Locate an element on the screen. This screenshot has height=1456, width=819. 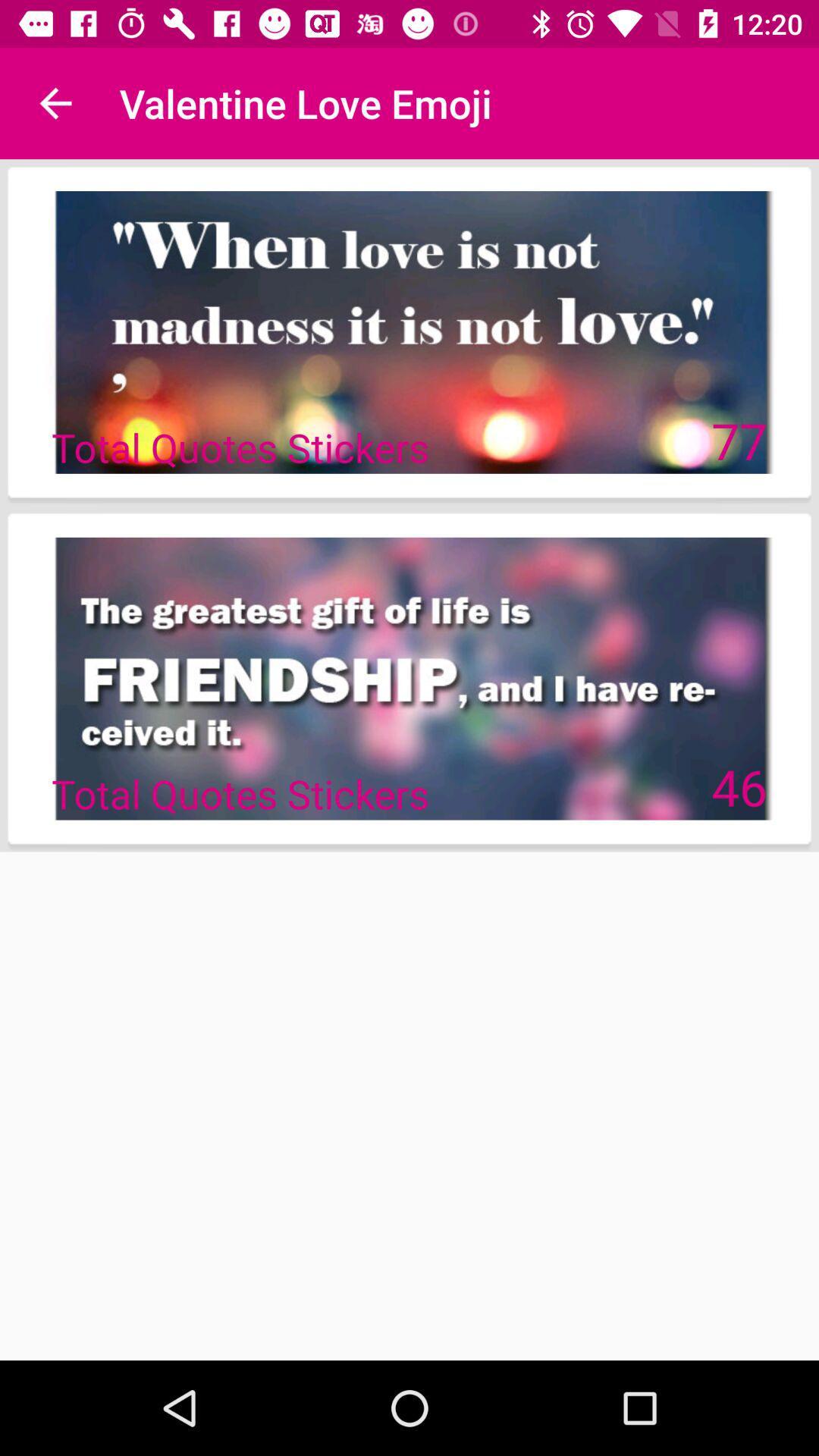
icon to the left of the valentine love emoji app is located at coordinates (55, 102).